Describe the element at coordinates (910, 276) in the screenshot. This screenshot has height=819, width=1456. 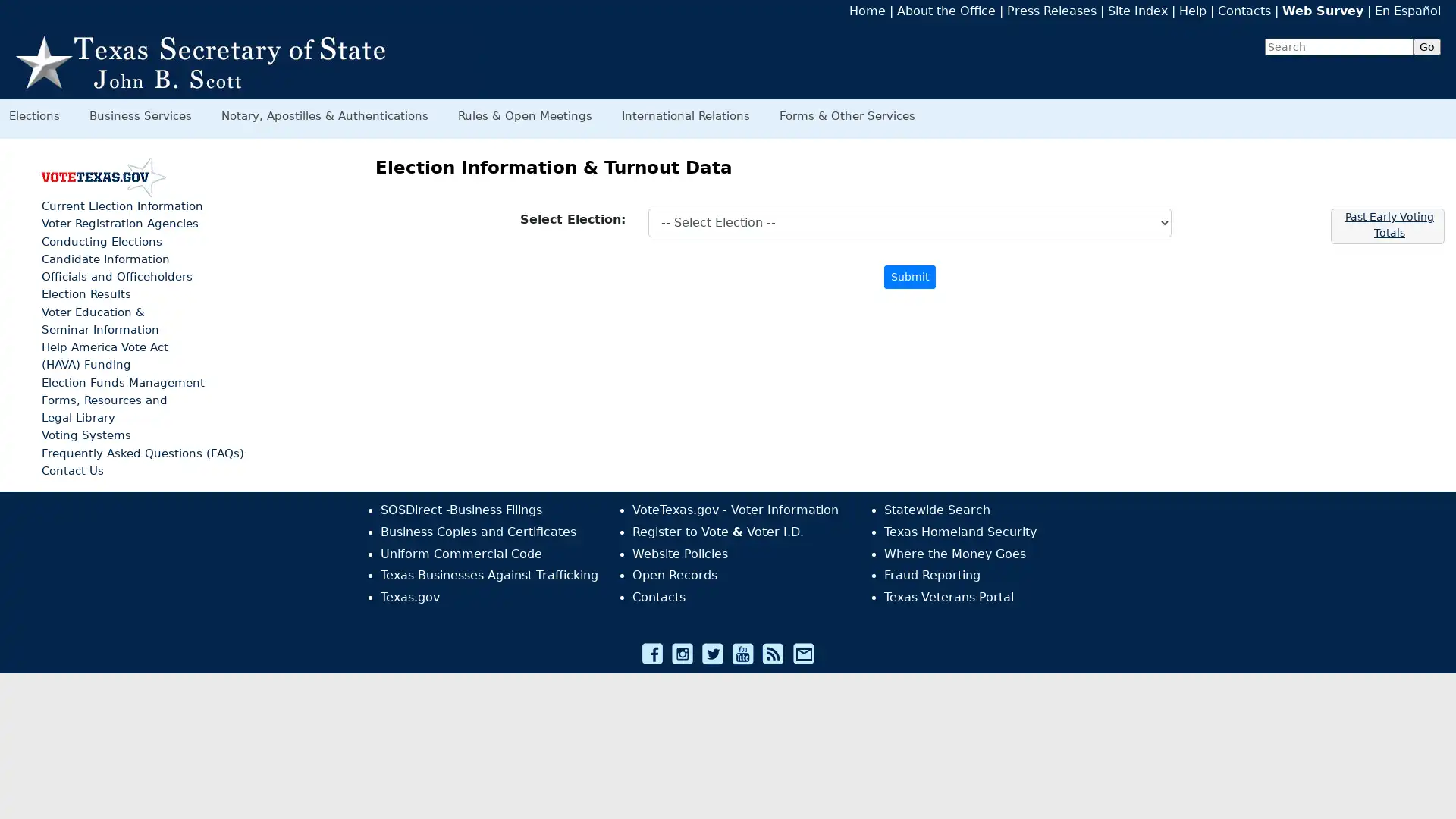
I see `Submit` at that location.